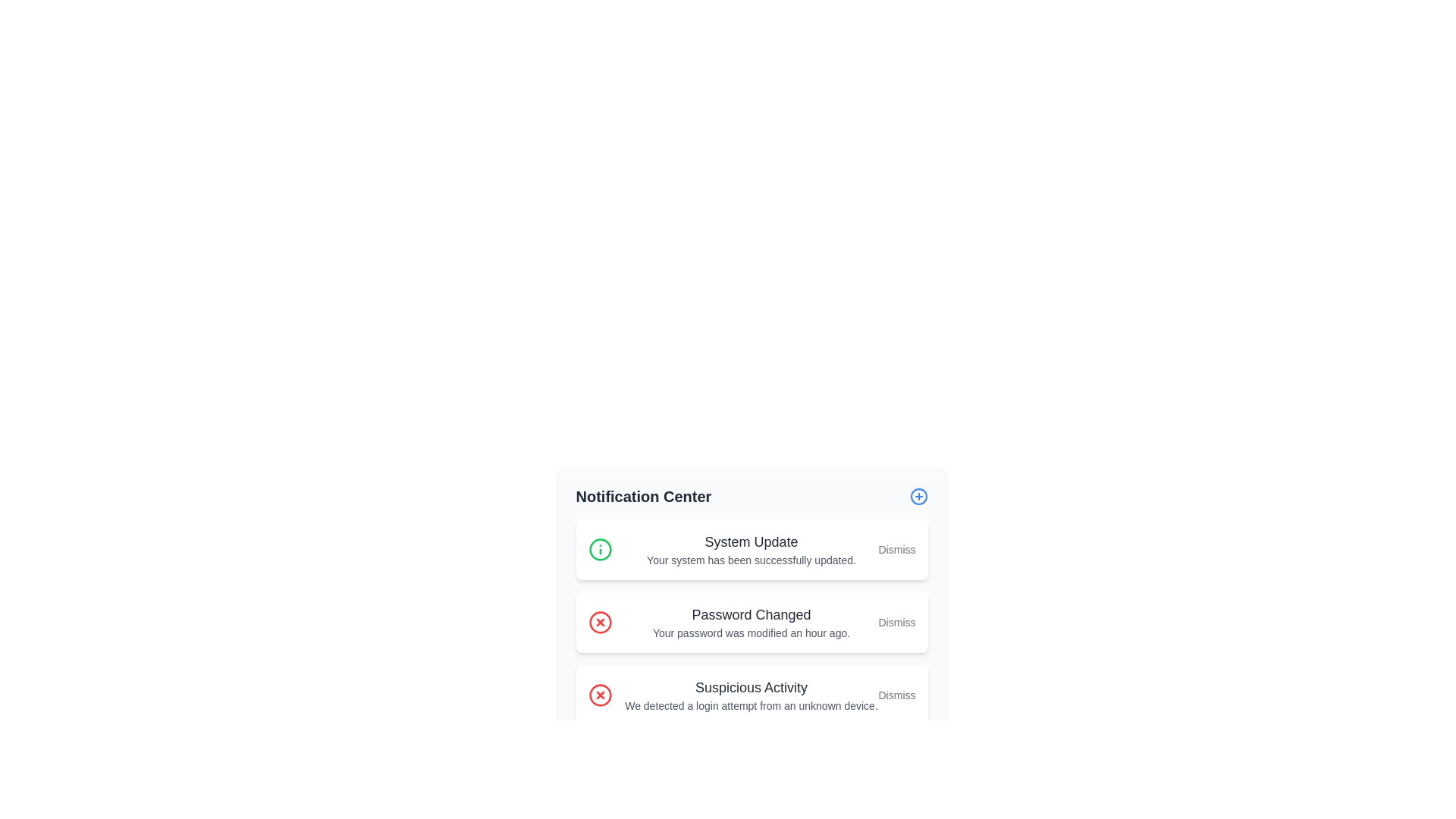 This screenshot has height=819, width=1456. I want to click on the 'Circle Plus' button with a blue outline located at the top-right corner of the 'Notification Center', so click(918, 497).